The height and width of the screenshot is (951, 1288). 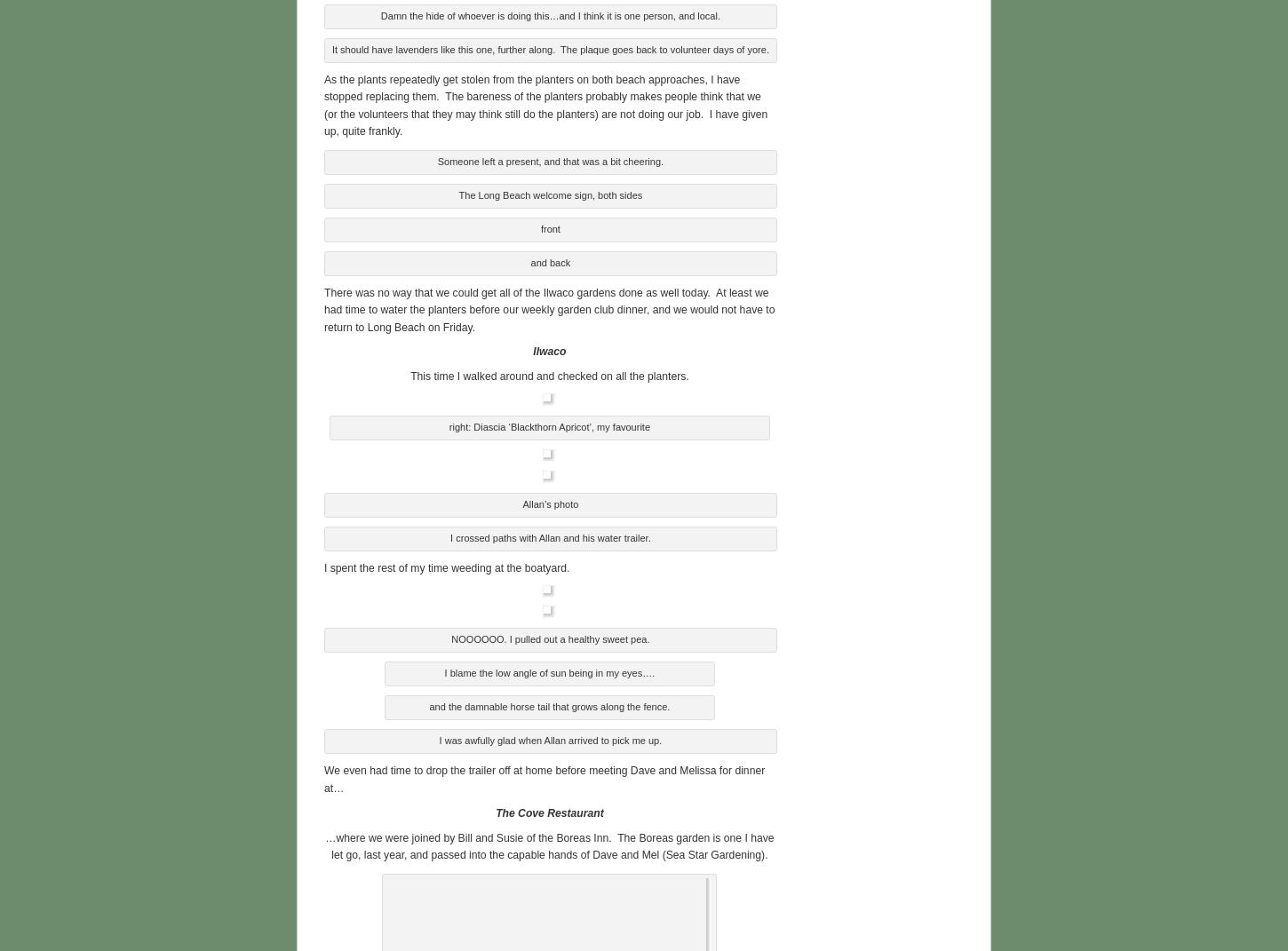 What do you see at coordinates (323, 844) in the screenshot?
I see `'…where we were joined by Bill and Susie of the Boreas Inn.  The Boreas garden is one I have let go, last year, and passed into the capable hands of Dave and Mel (Sea Star Gardening).'` at bounding box center [323, 844].